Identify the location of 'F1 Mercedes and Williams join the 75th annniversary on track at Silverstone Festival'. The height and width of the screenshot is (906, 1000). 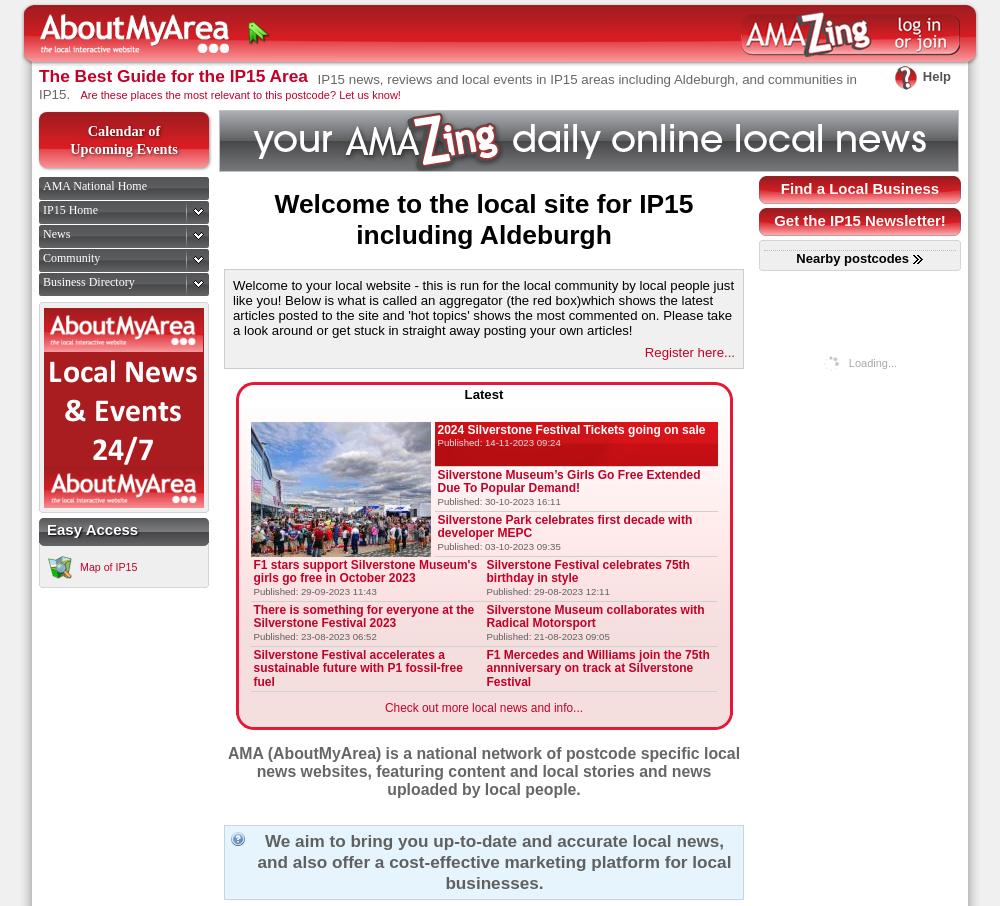
(596, 666).